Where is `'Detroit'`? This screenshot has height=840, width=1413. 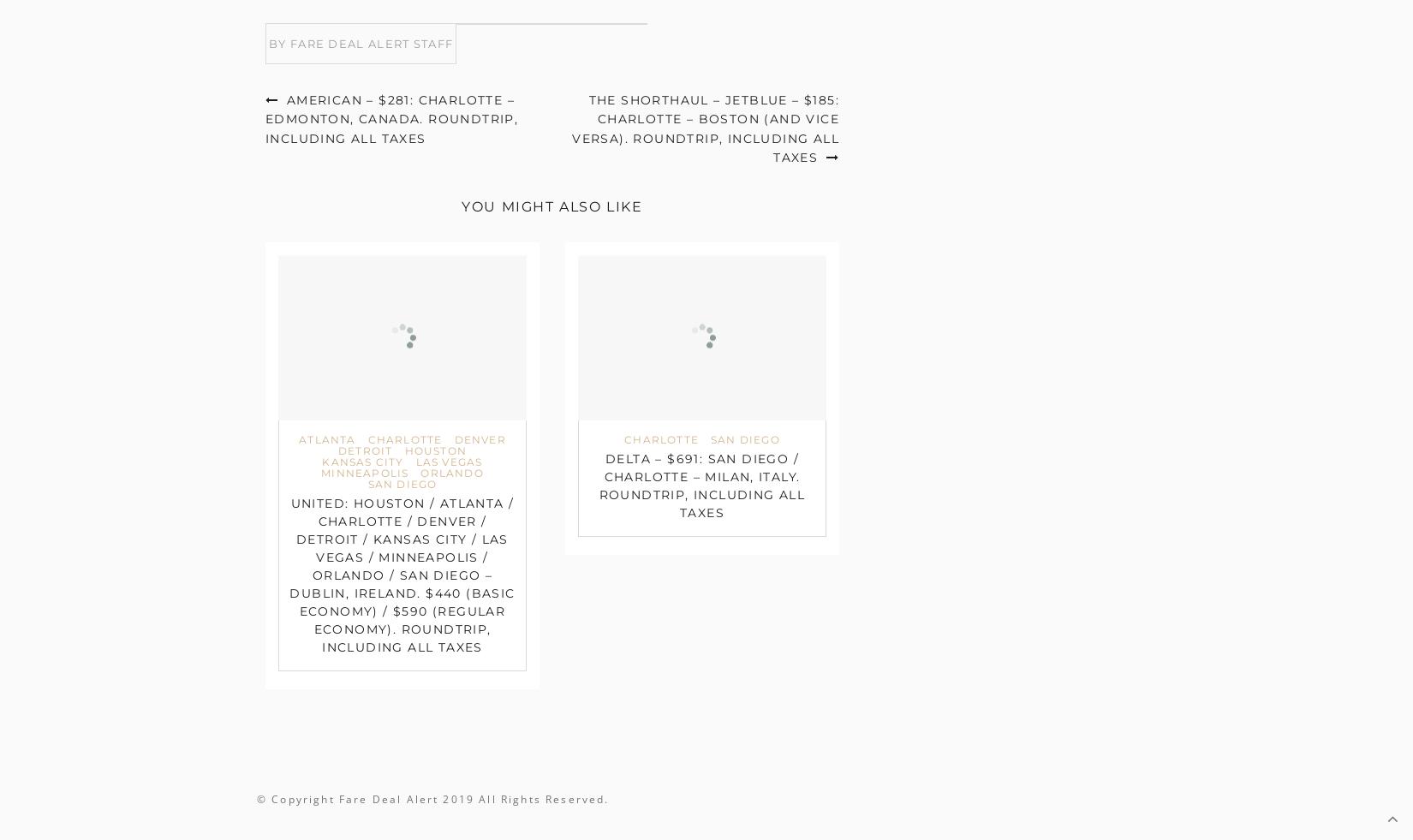 'Detroit' is located at coordinates (364, 450).